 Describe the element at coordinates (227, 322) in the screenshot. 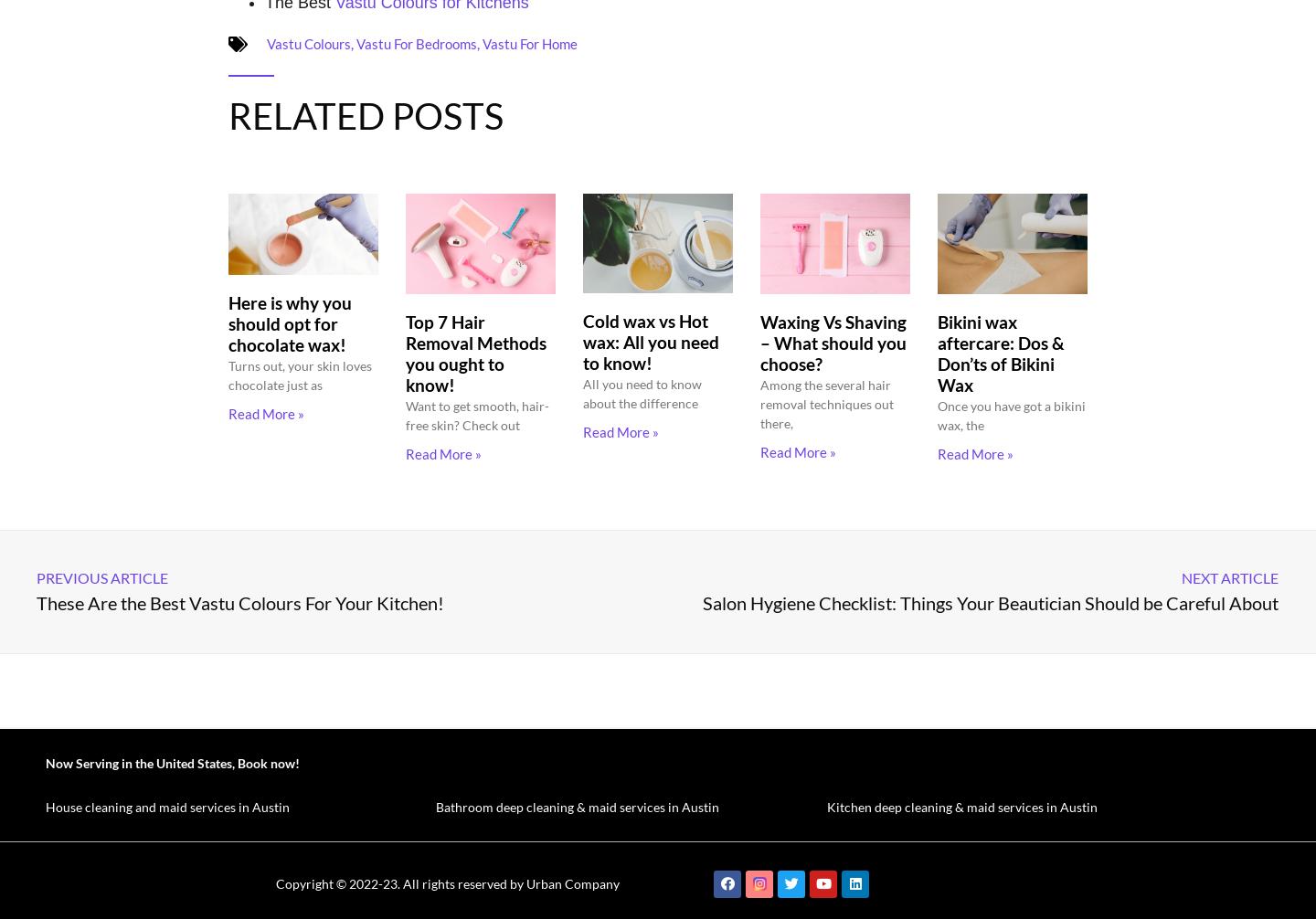

I see `'Here is why you should opt for chocolate wax!'` at that location.